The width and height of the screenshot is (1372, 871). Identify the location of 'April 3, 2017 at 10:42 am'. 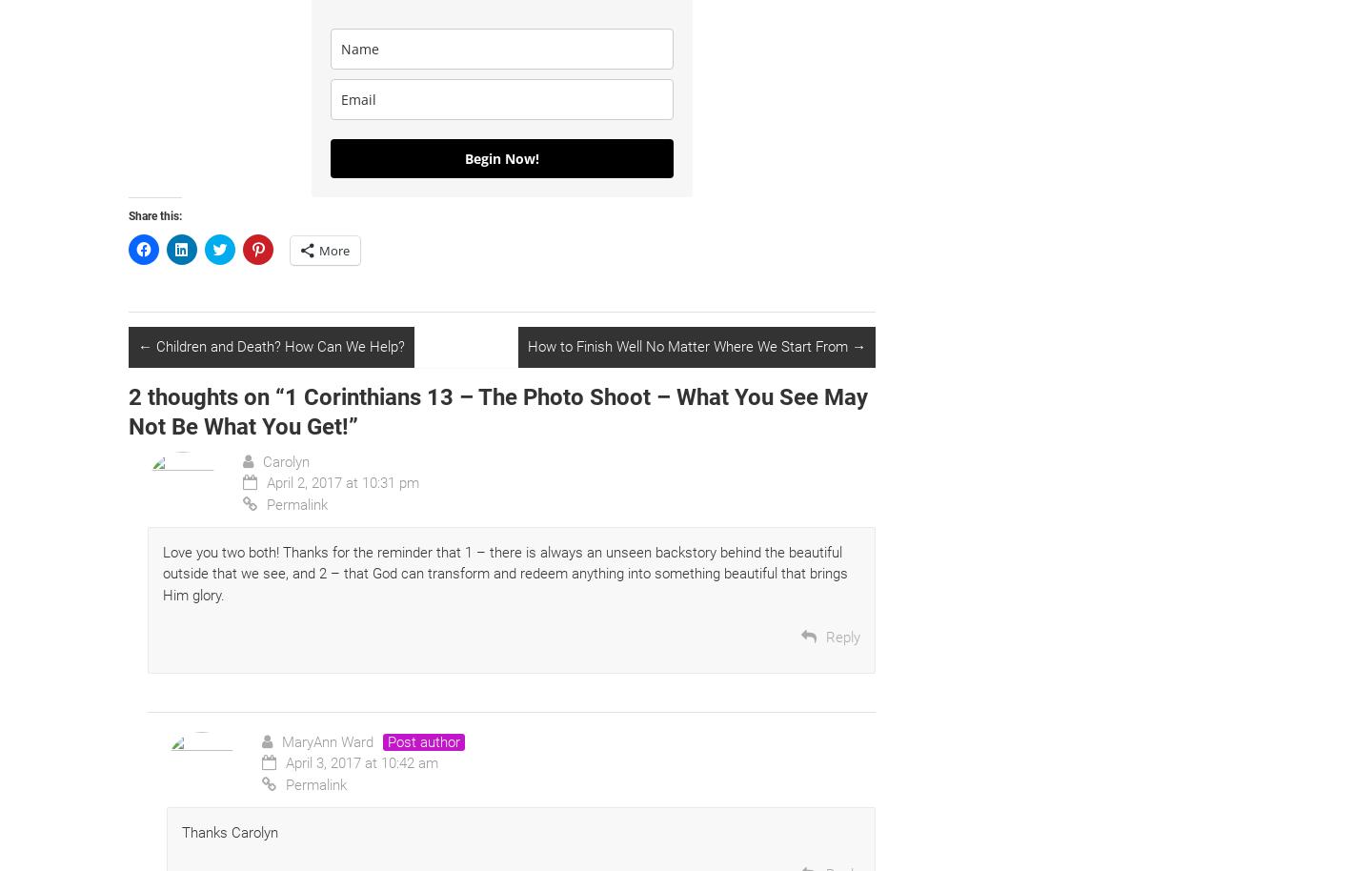
(361, 762).